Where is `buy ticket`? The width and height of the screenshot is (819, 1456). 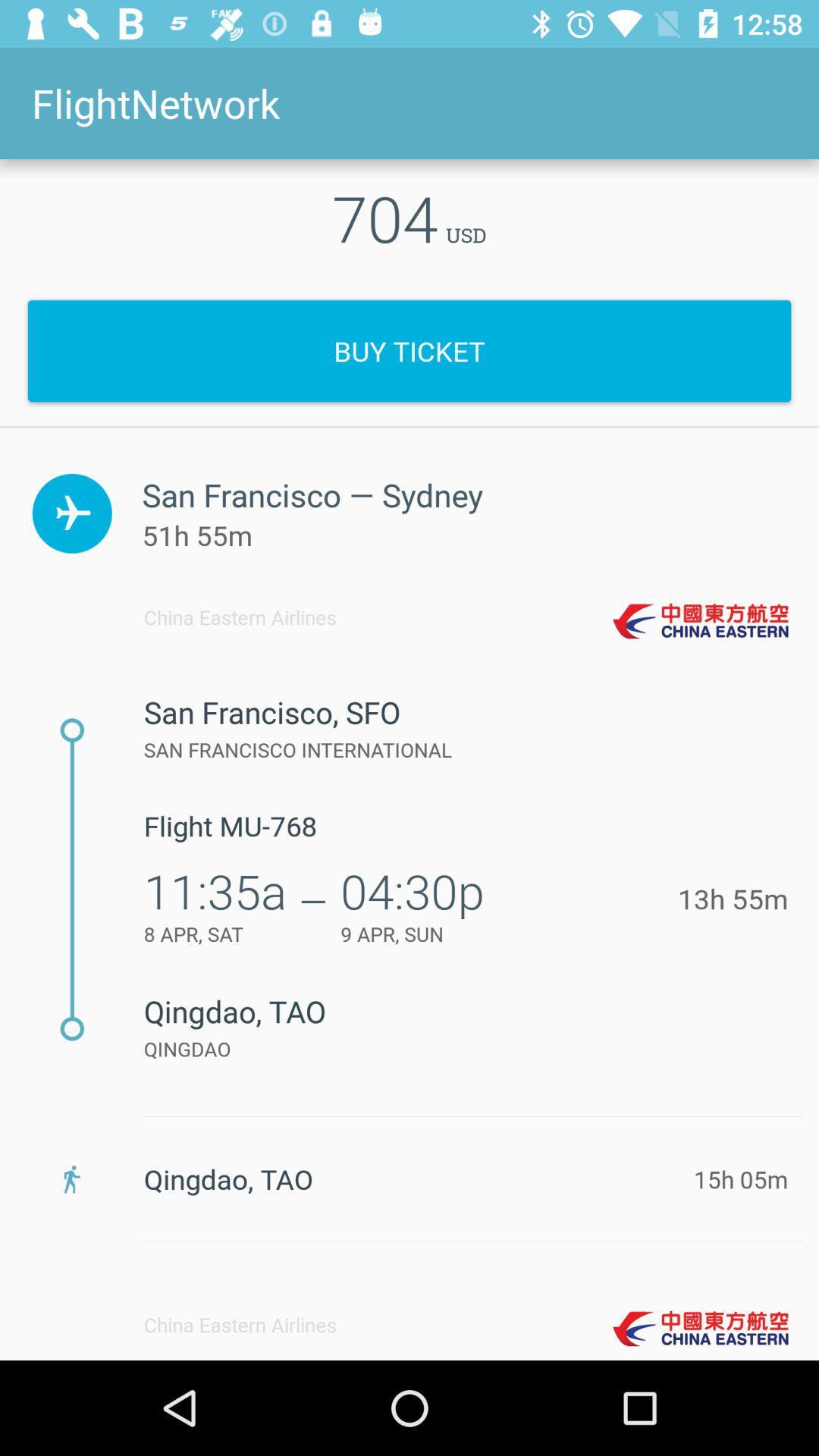 buy ticket is located at coordinates (409, 350).